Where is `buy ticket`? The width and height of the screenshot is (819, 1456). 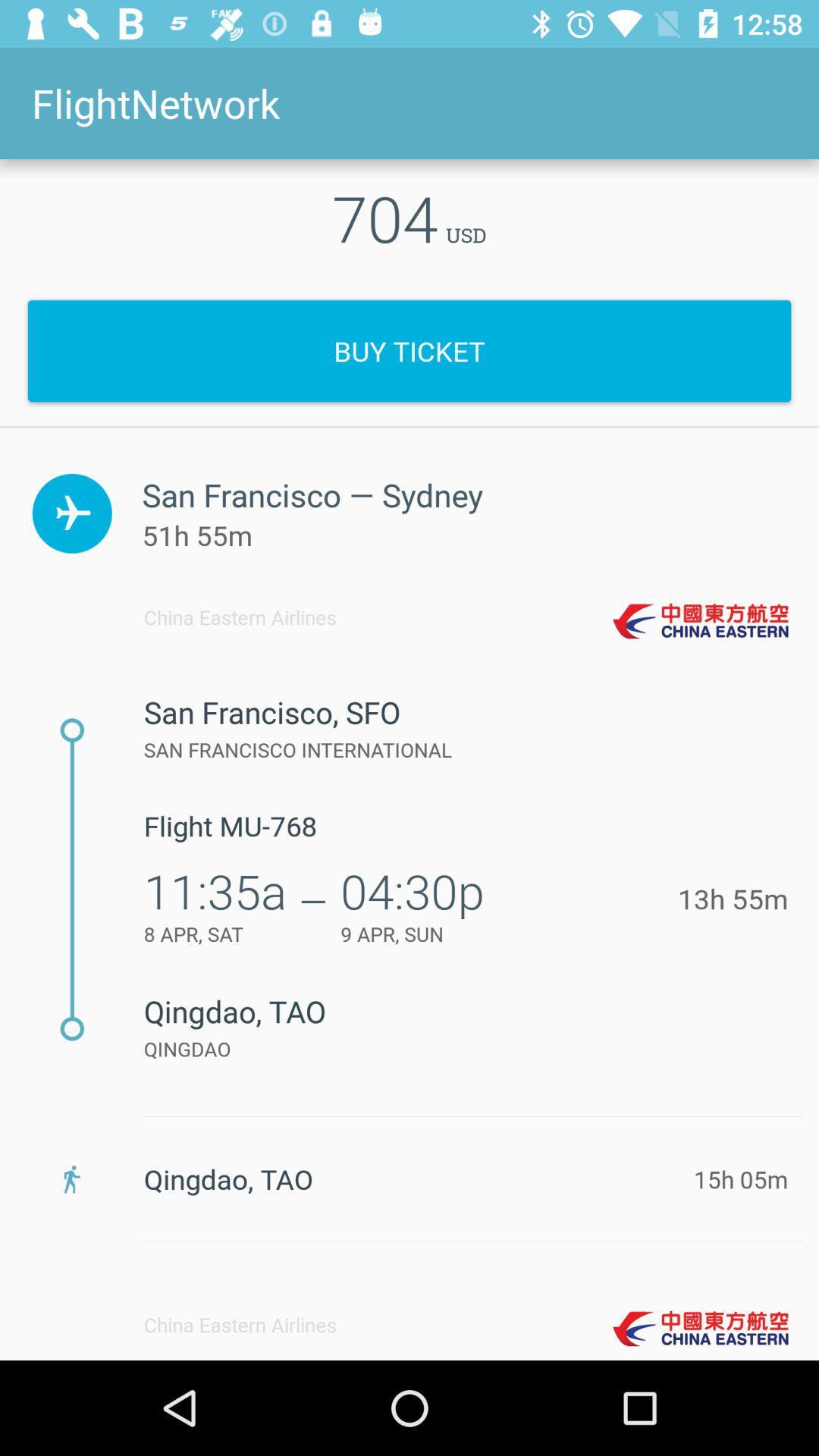 buy ticket is located at coordinates (409, 350).